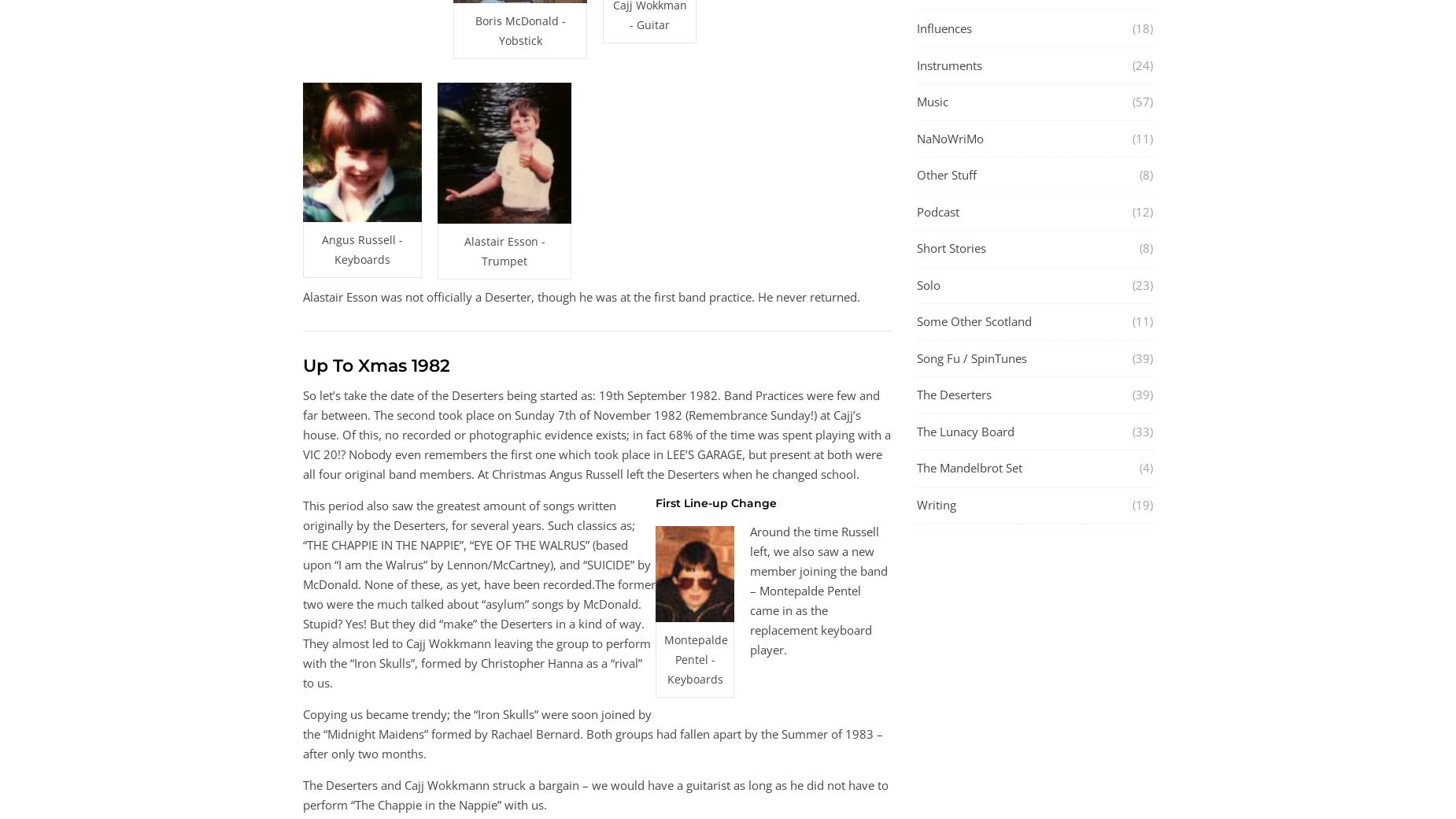 The image size is (1456, 819). Describe the element at coordinates (474, 28) in the screenshot. I see `'Boris McDonald - Yobstick'` at that location.